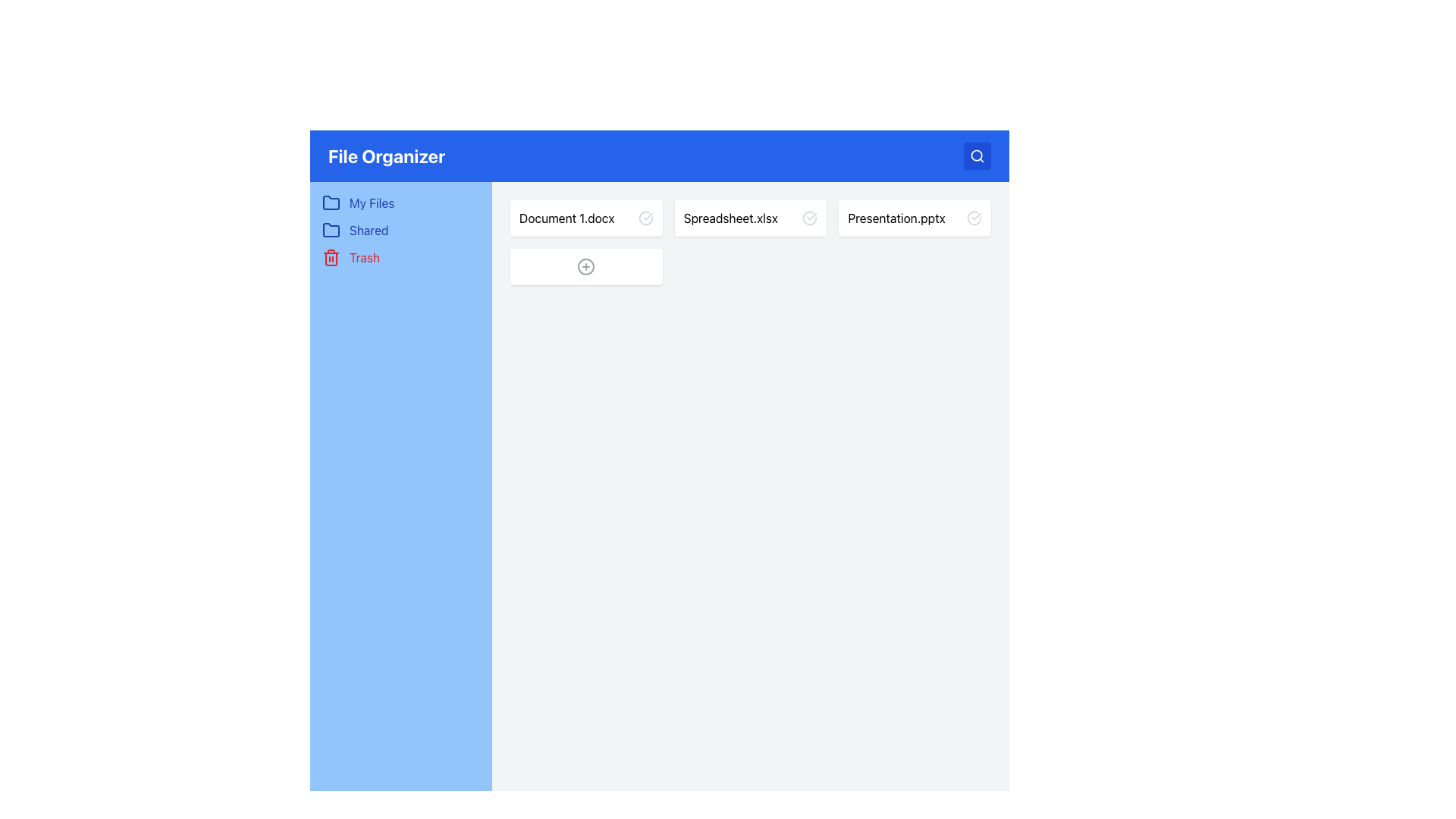 Image resolution: width=1456 pixels, height=819 pixels. I want to click on the folder icon located in the left sidebar, which symbolizes the 'My Files' section, positioned before the 'My Files' label, so click(330, 202).